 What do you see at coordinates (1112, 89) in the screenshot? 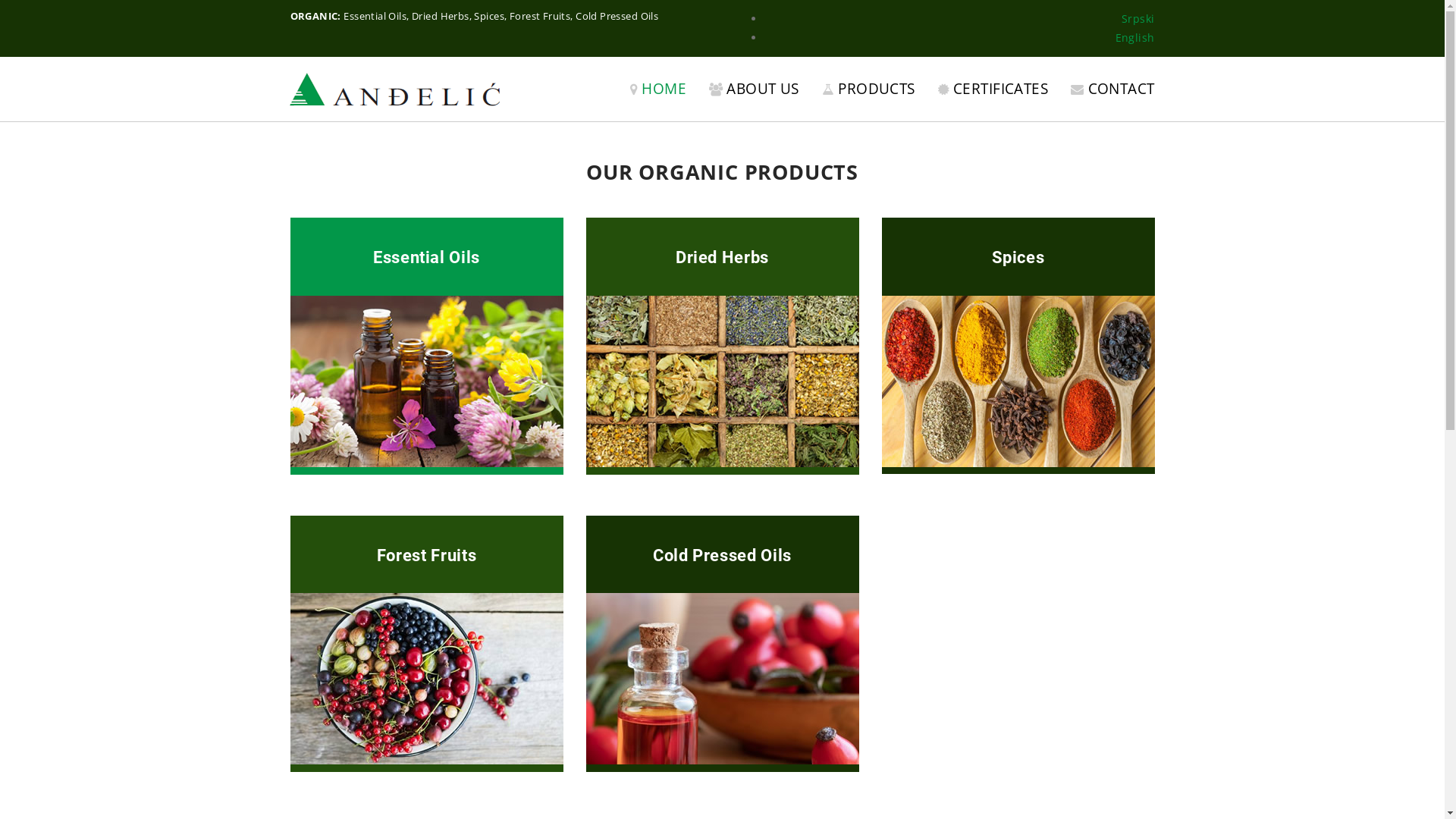
I see `'CONTACT'` at bounding box center [1112, 89].